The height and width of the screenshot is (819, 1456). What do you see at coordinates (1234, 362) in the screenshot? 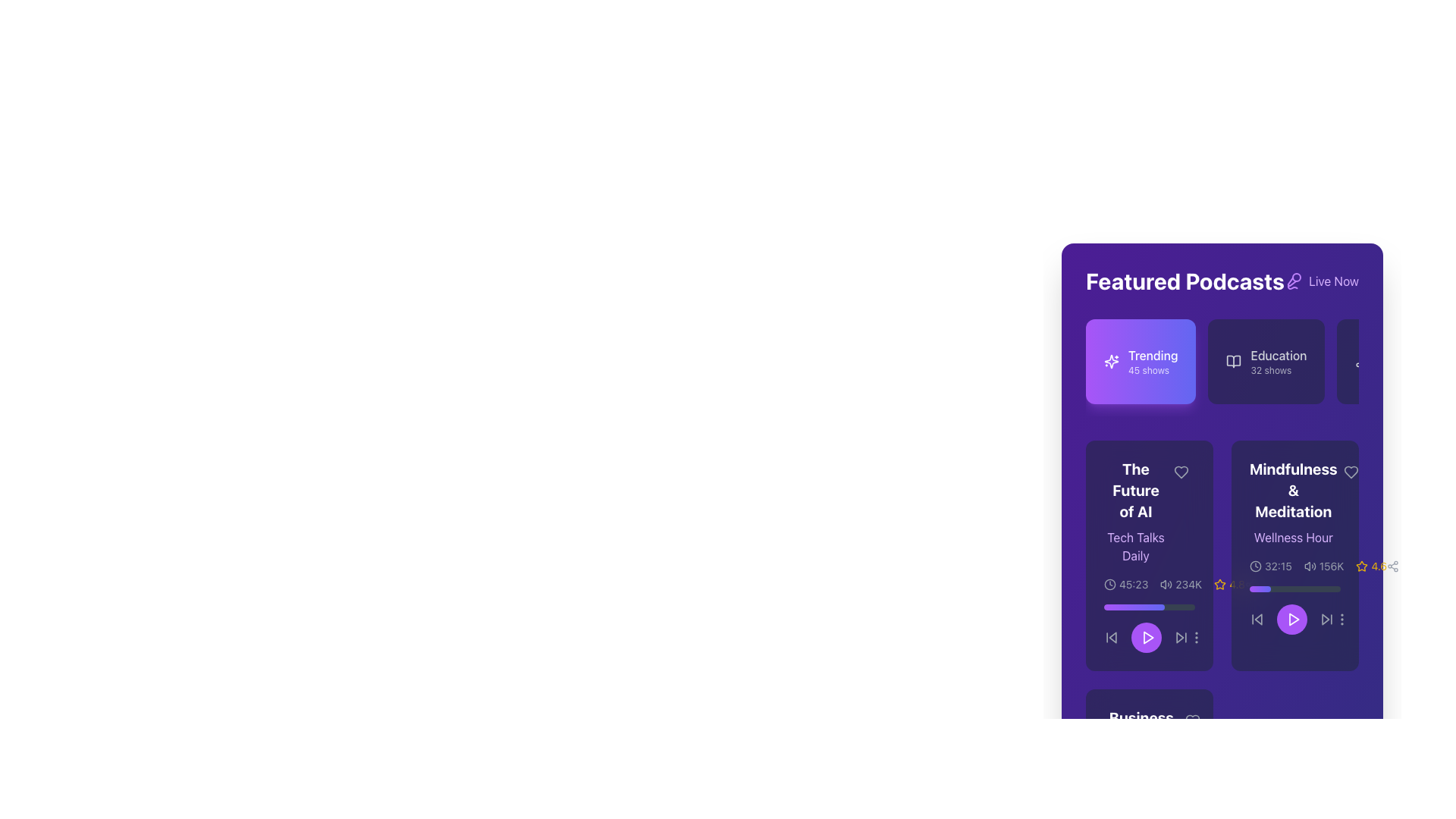
I see `the 'Education' icon located in the top-right section of the card labeled 'Education' with the subtitle '32 shows'` at bounding box center [1234, 362].